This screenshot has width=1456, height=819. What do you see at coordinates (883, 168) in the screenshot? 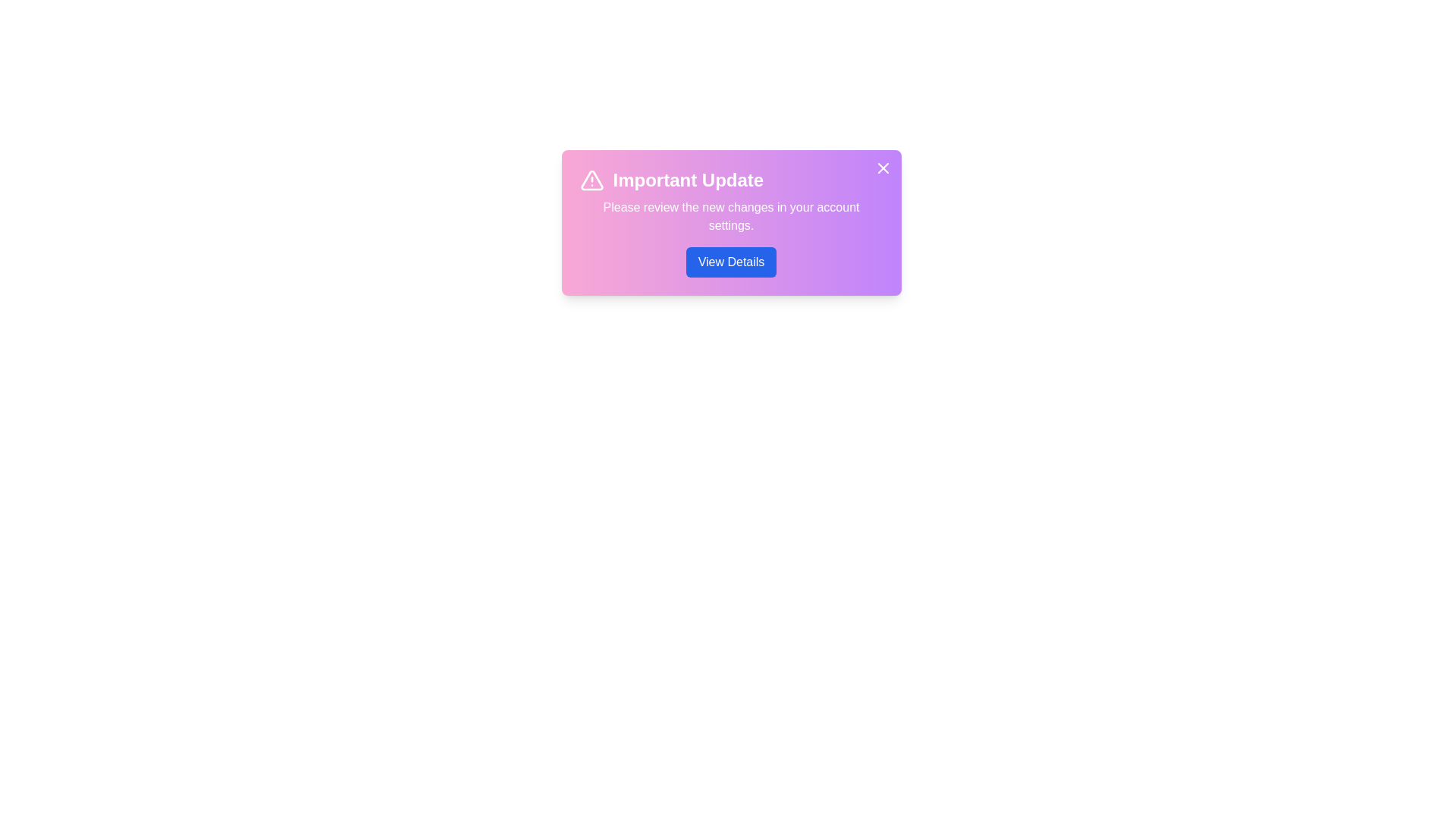
I see `the close button of the notification alert` at bounding box center [883, 168].